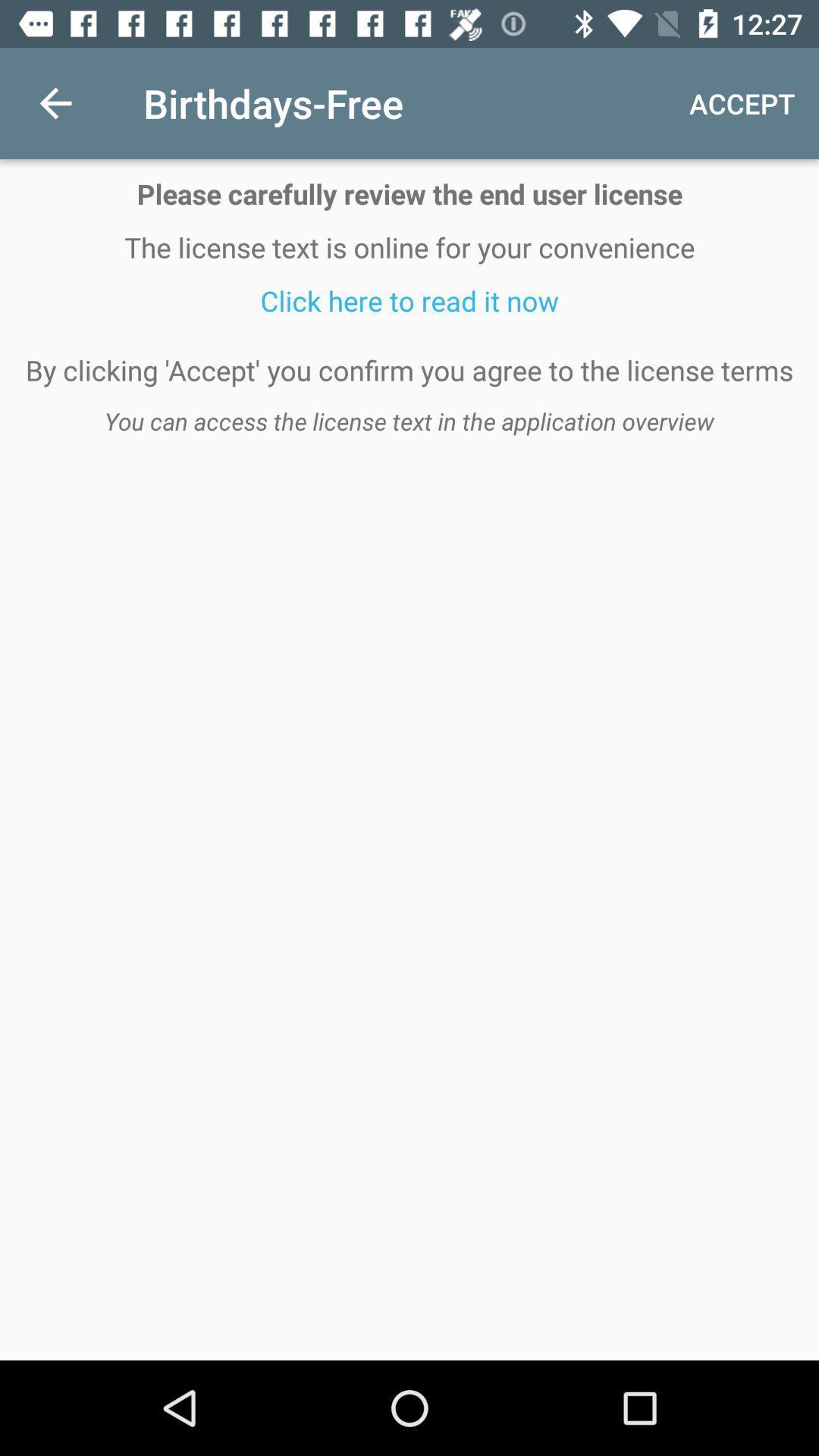  I want to click on the item above the by clicking accept, so click(409, 300).